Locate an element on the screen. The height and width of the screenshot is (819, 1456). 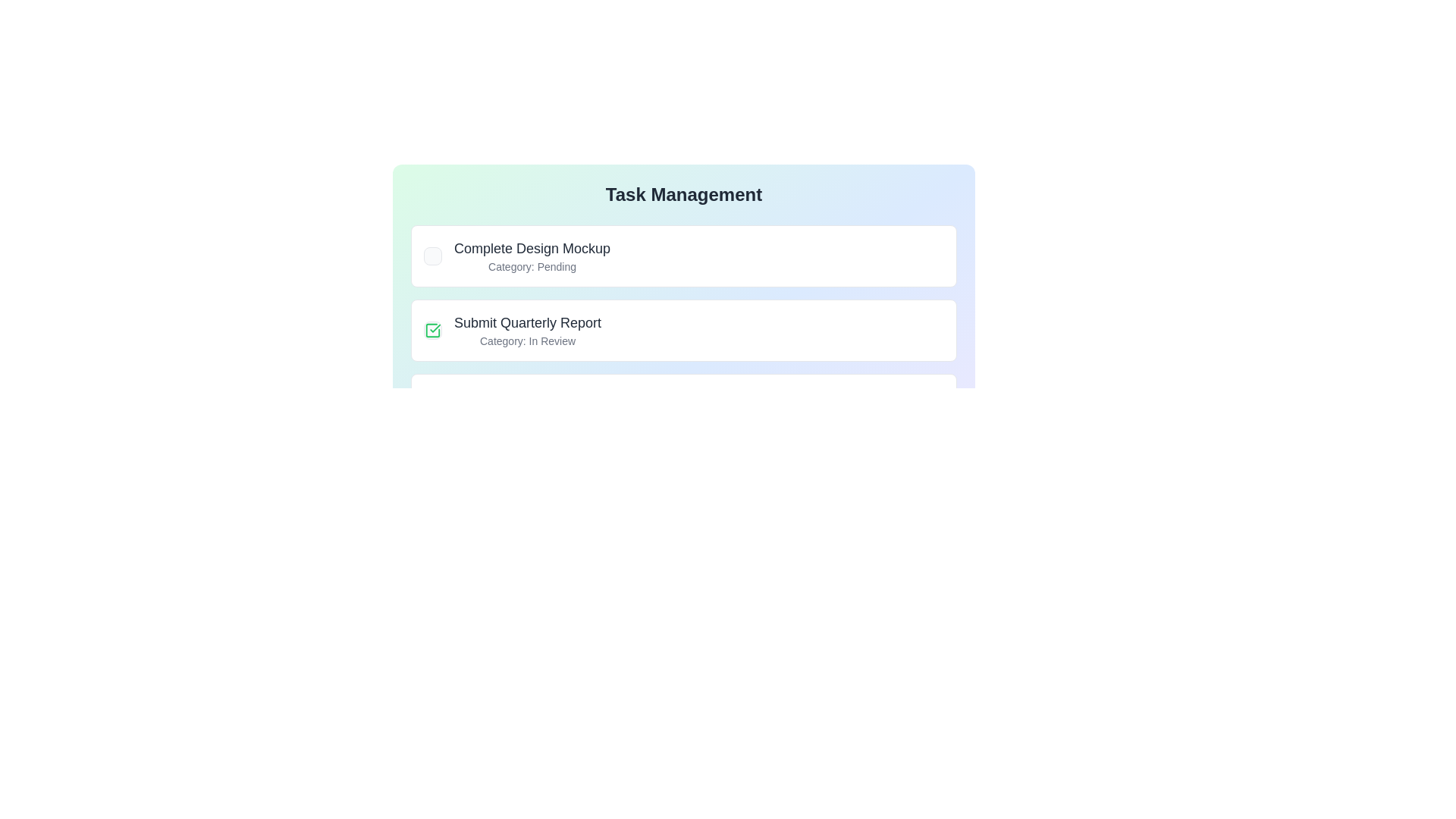
the icon associated with the 'Submit Quarterly Report' task is located at coordinates (513, 329).